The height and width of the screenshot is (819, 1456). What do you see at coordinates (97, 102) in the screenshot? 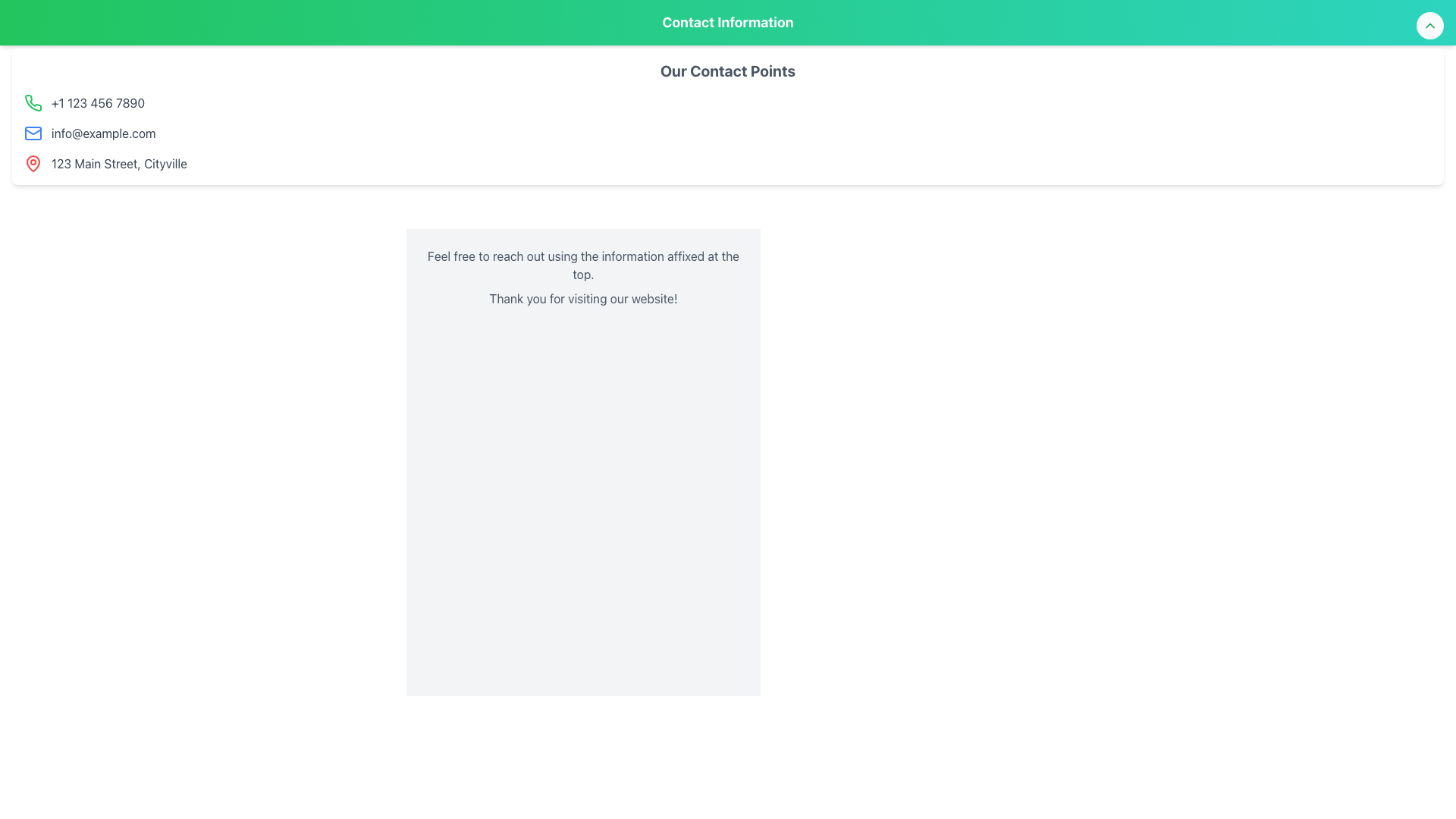
I see `phone number displayed, '+1 123 456 7890', which is styled in gray and moderately bold typography, located in the first position of the contact details list, directly to the right of a green phone icon` at bounding box center [97, 102].